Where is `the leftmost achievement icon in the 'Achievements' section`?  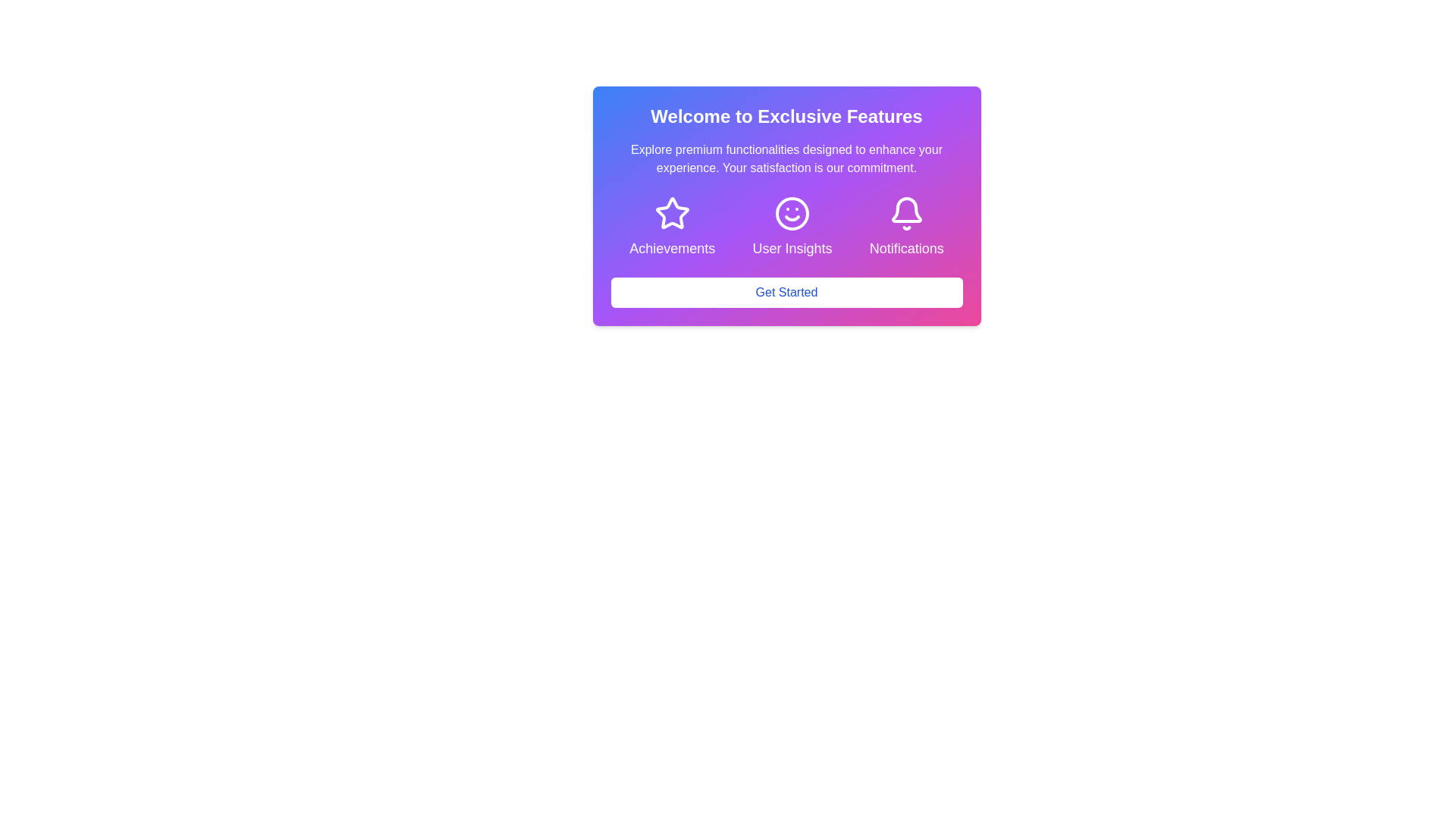 the leftmost achievement icon in the 'Achievements' section is located at coordinates (671, 213).